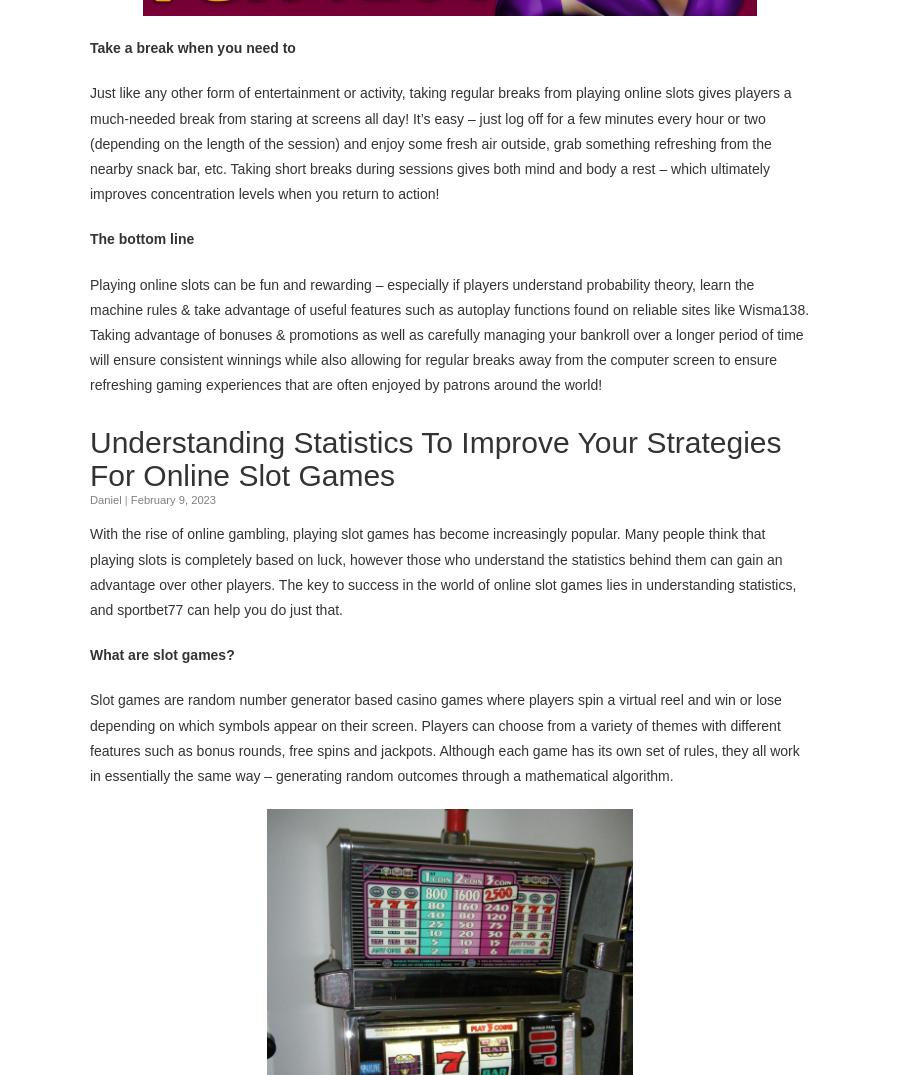 The image size is (900, 1075). Describe the element at coordinates (162, 654) in the screenshot. I see `'What are slot games?'` at that location.